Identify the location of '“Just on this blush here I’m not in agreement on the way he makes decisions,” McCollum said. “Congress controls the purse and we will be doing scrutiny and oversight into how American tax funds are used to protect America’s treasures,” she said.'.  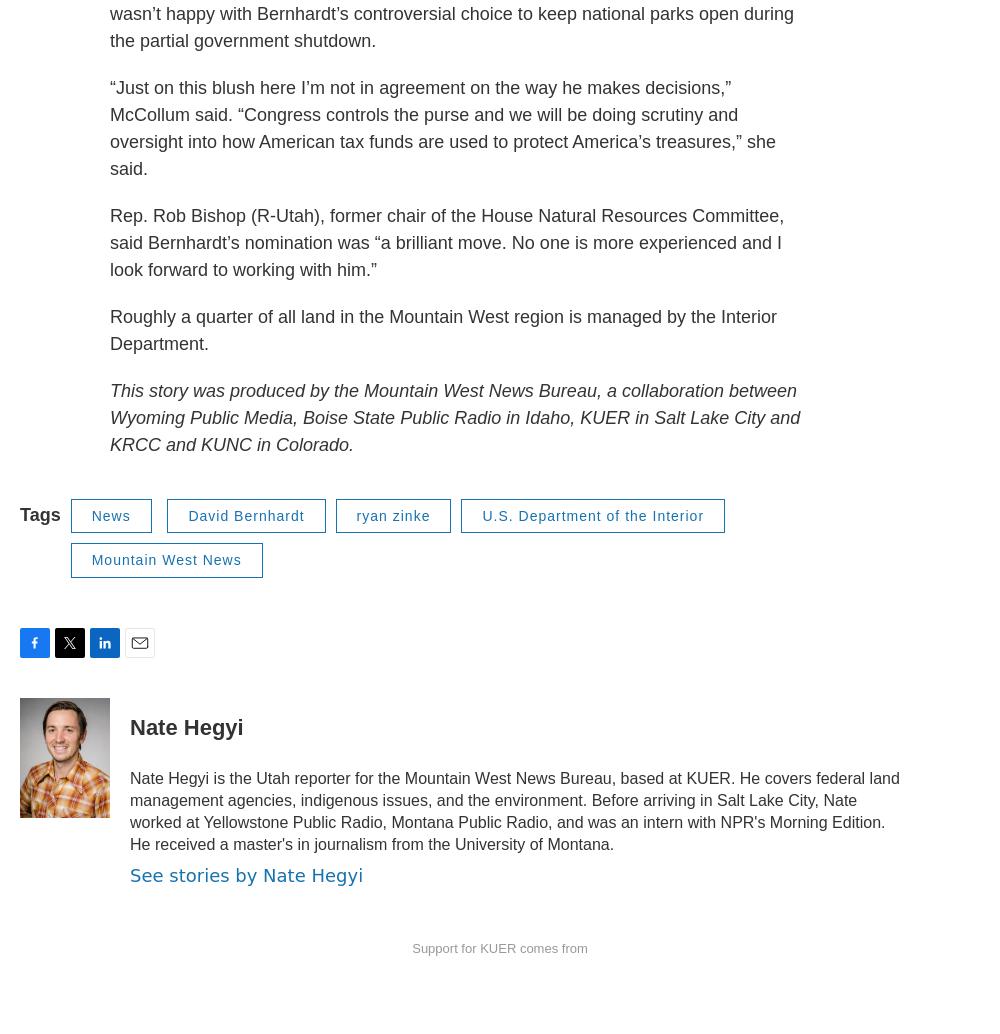
(442, 127).